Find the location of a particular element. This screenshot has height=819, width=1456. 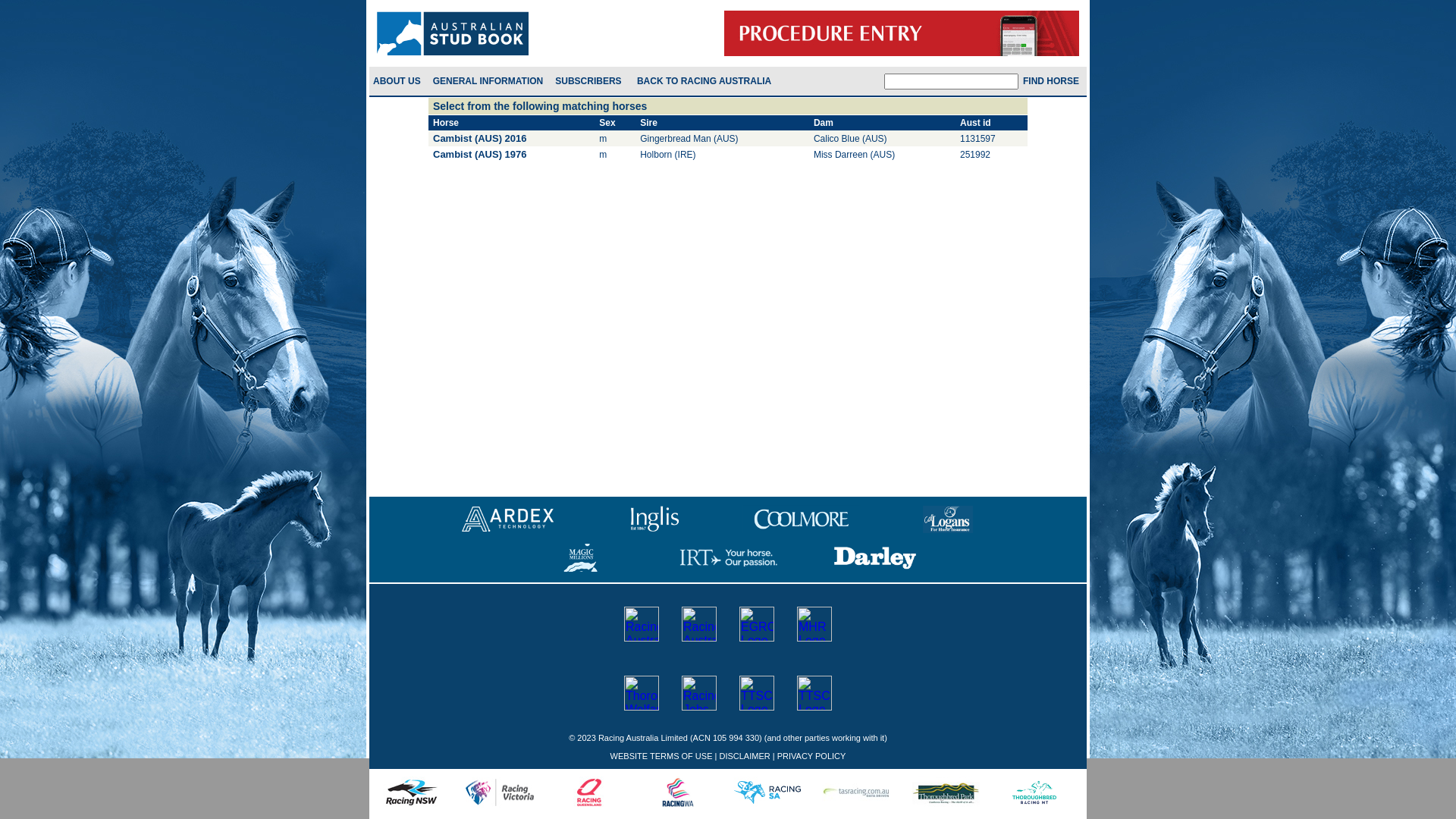

'Enter horse name, Aust. Id. or microchip number for horse' is located at coordinates (950, 80).